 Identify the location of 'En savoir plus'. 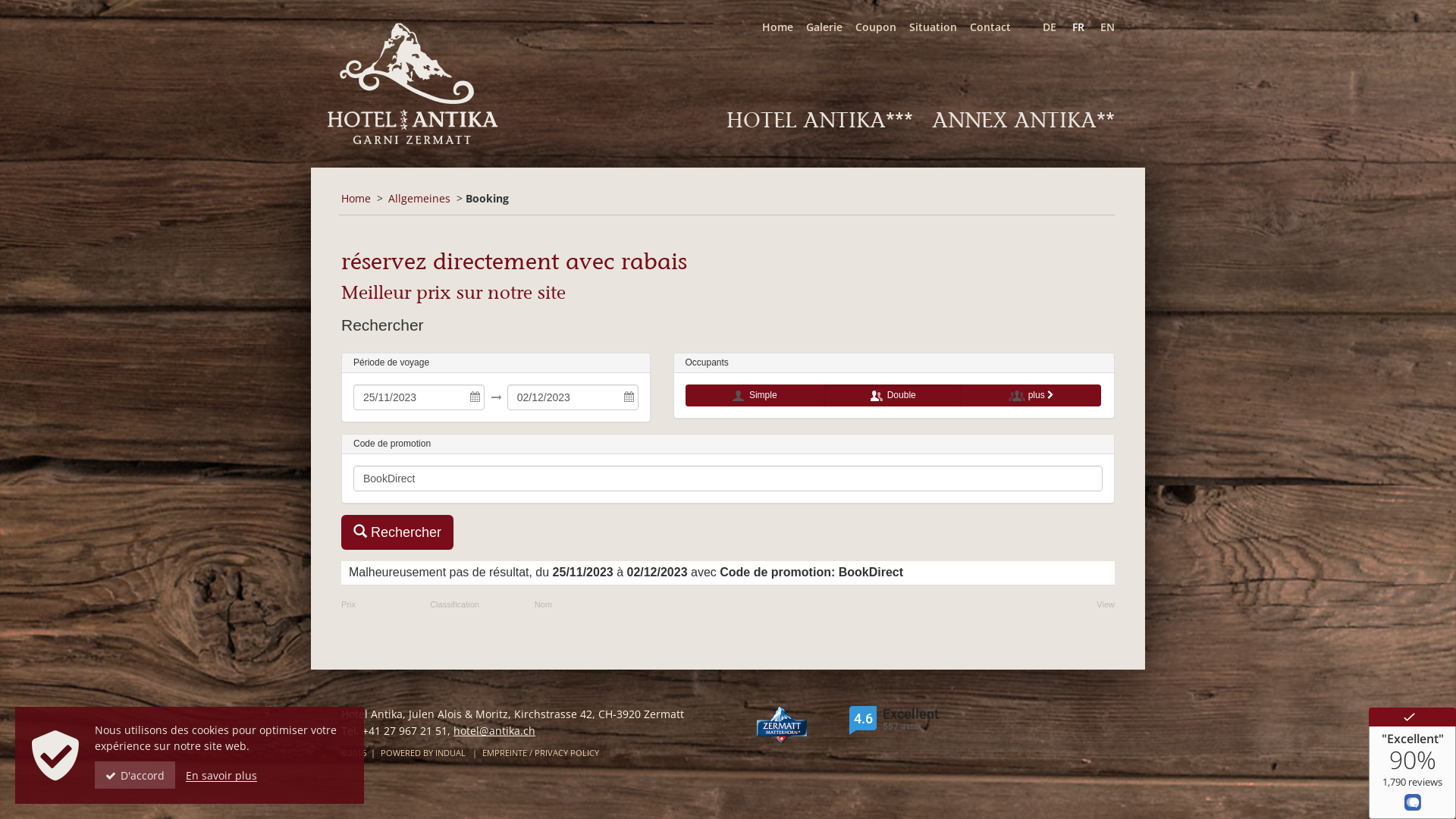
(221, 775).